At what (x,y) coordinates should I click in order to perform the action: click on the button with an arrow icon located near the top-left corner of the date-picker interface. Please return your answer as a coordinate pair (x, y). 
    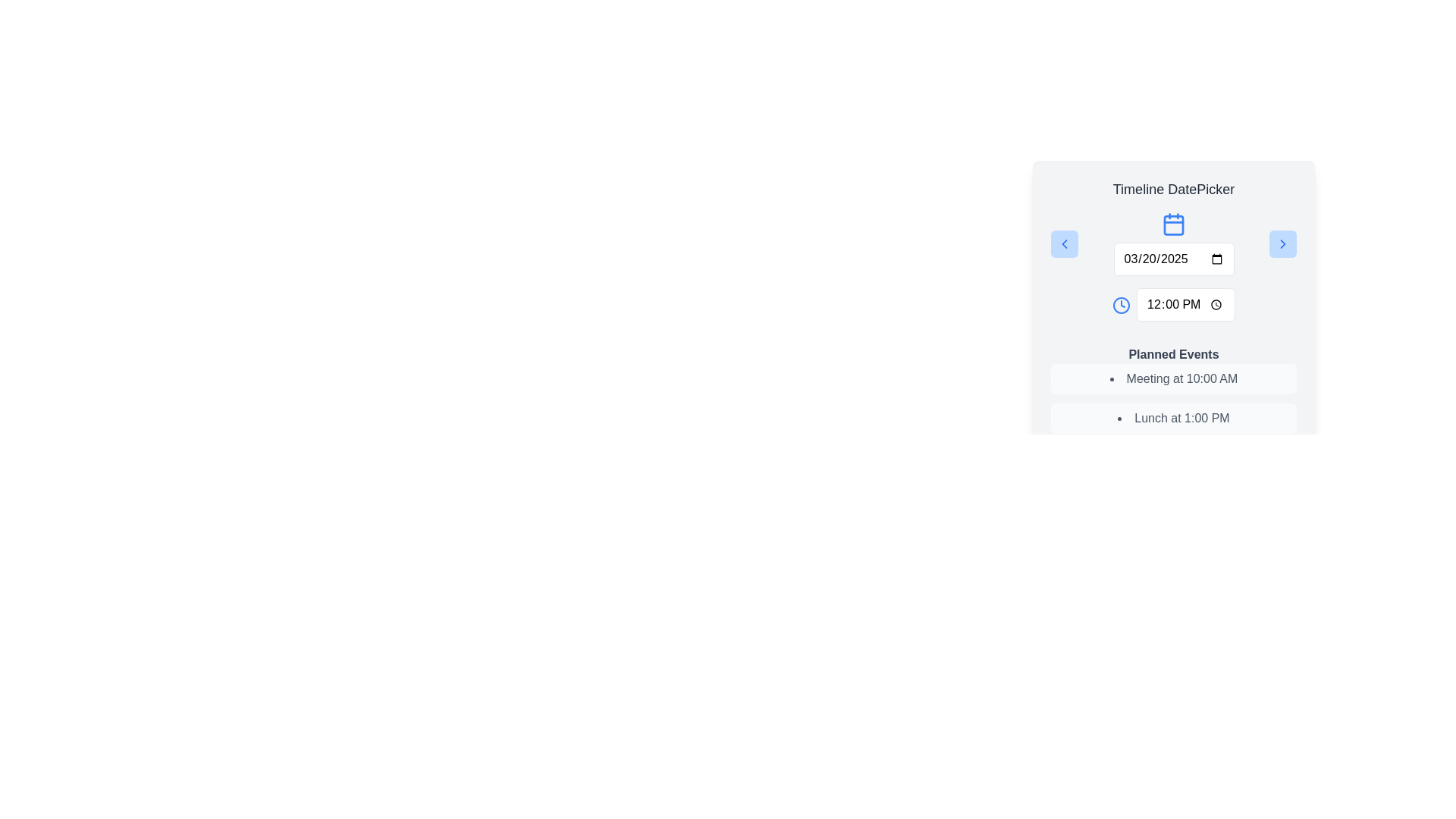
    Looking at the image, I should click on (1063, 243).